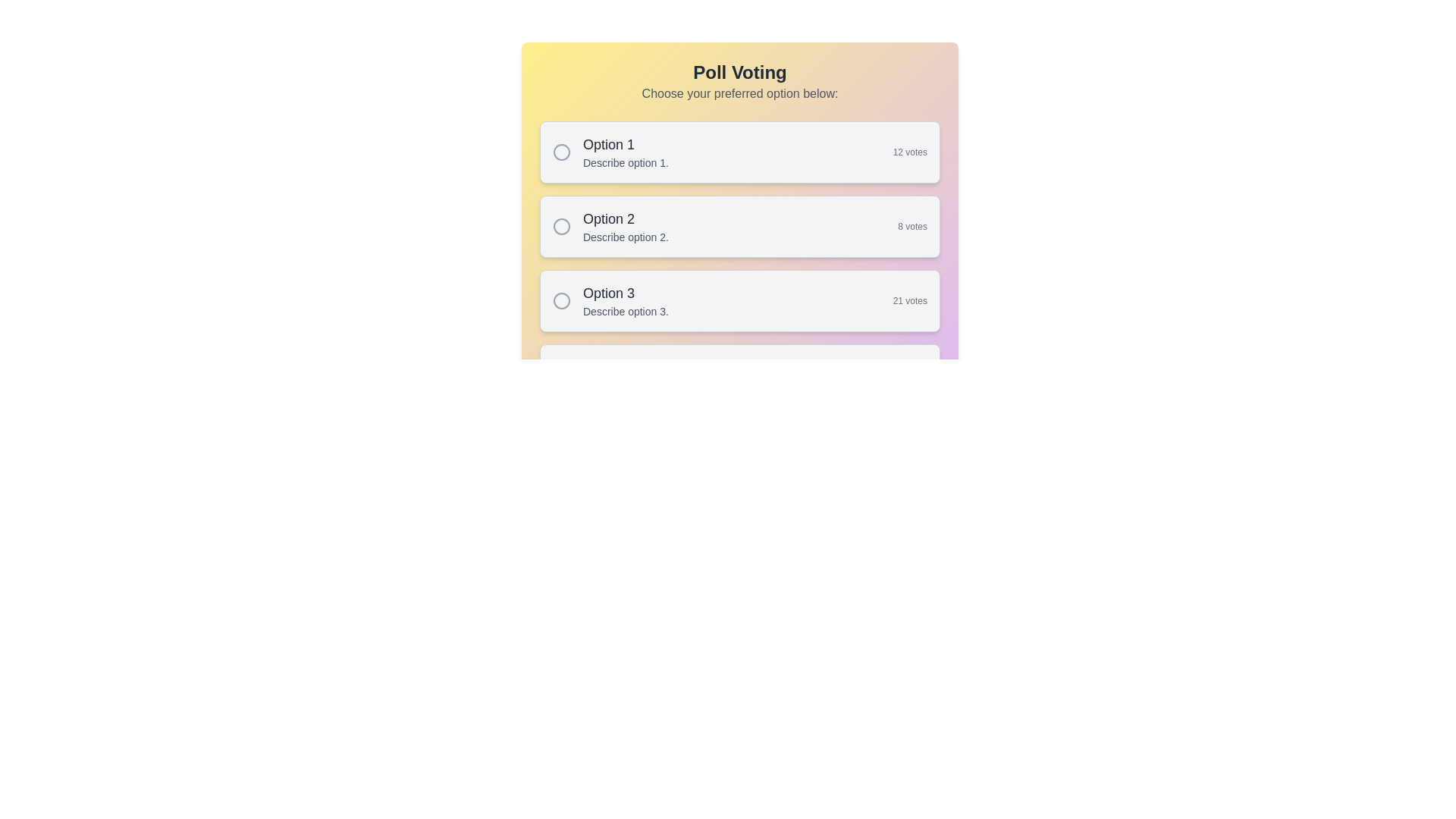 The width and height of the screenshot is (1456, 819). I want to click on the circular radio button with a gray border beside the text 'Option 2' in the poll voting interface, so click(560, 227).